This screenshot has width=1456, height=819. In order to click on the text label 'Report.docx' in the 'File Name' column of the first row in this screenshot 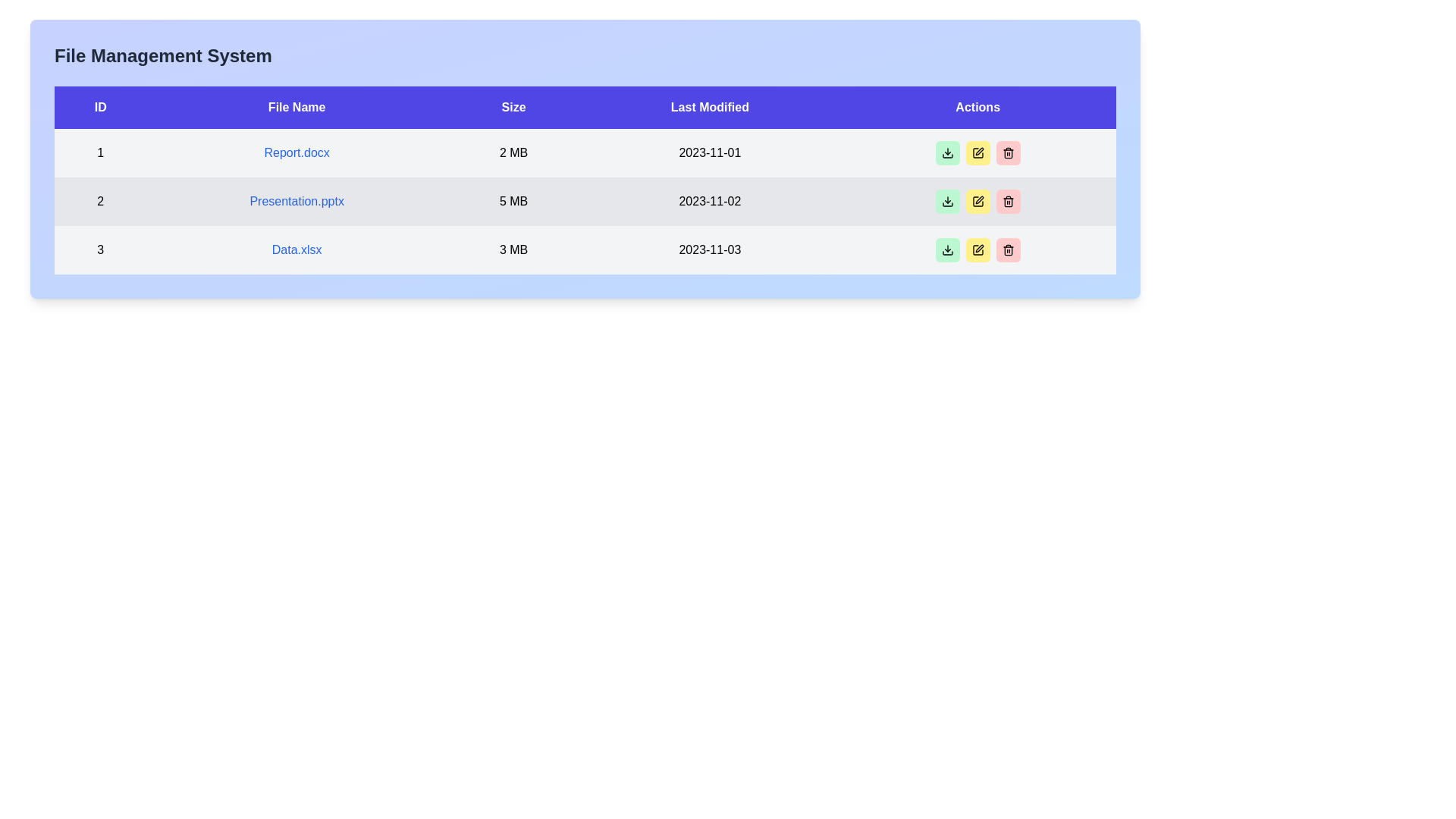, I will do `click(297, 152)`.